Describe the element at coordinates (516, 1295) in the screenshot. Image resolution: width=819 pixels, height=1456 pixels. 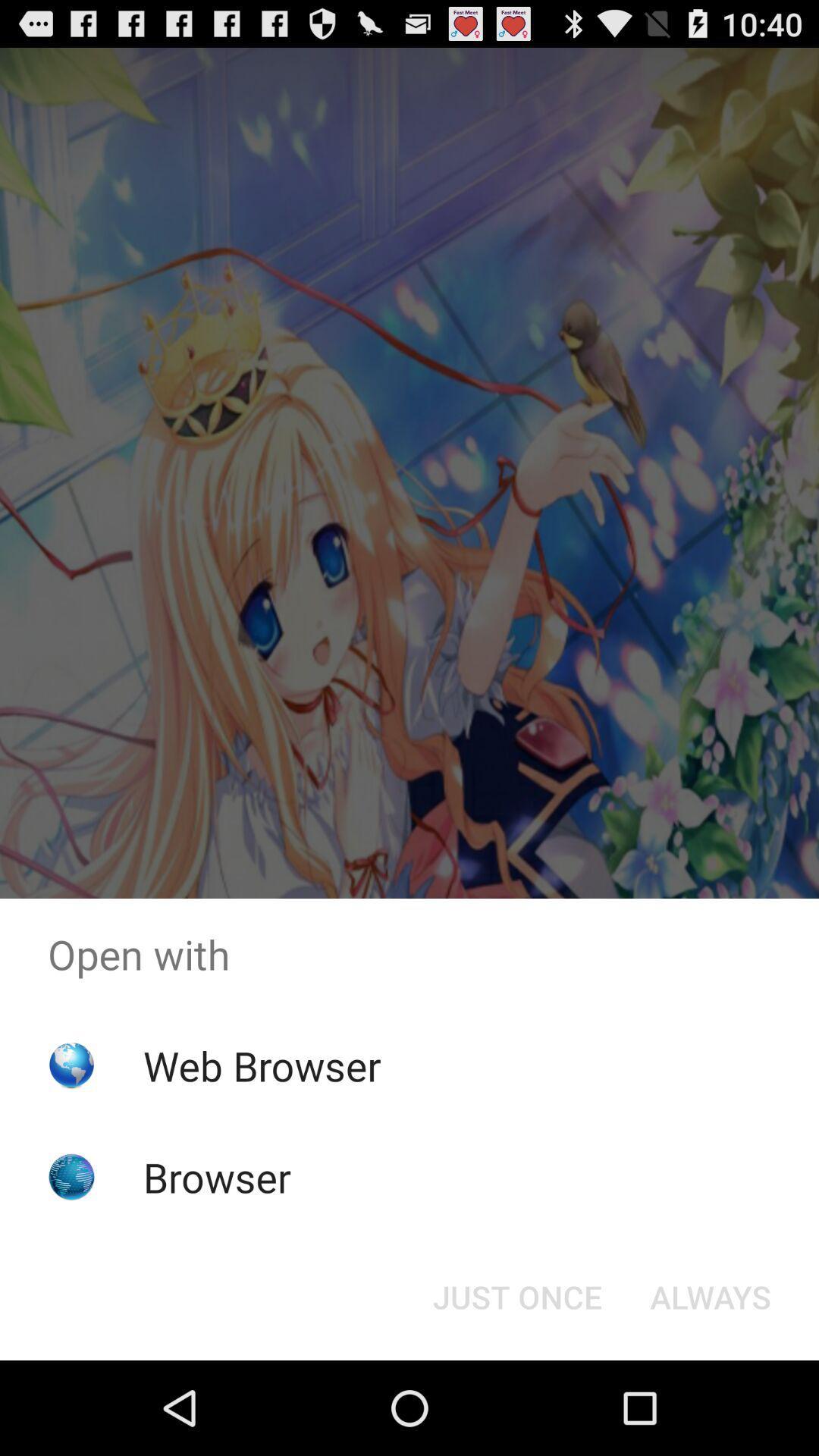
I see `just once` at that location.